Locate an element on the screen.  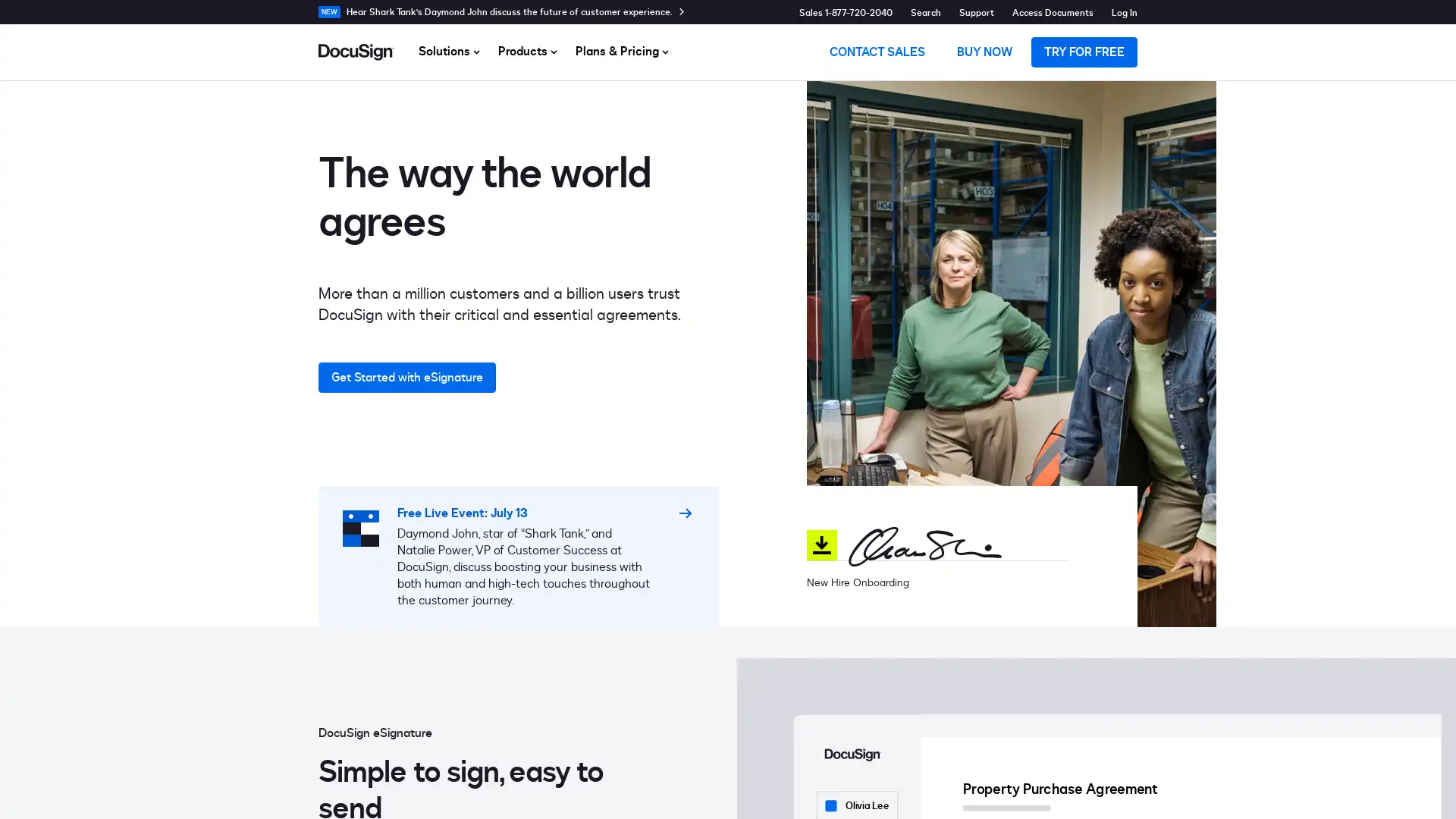
Solutions is located at coordinates (448, 52).